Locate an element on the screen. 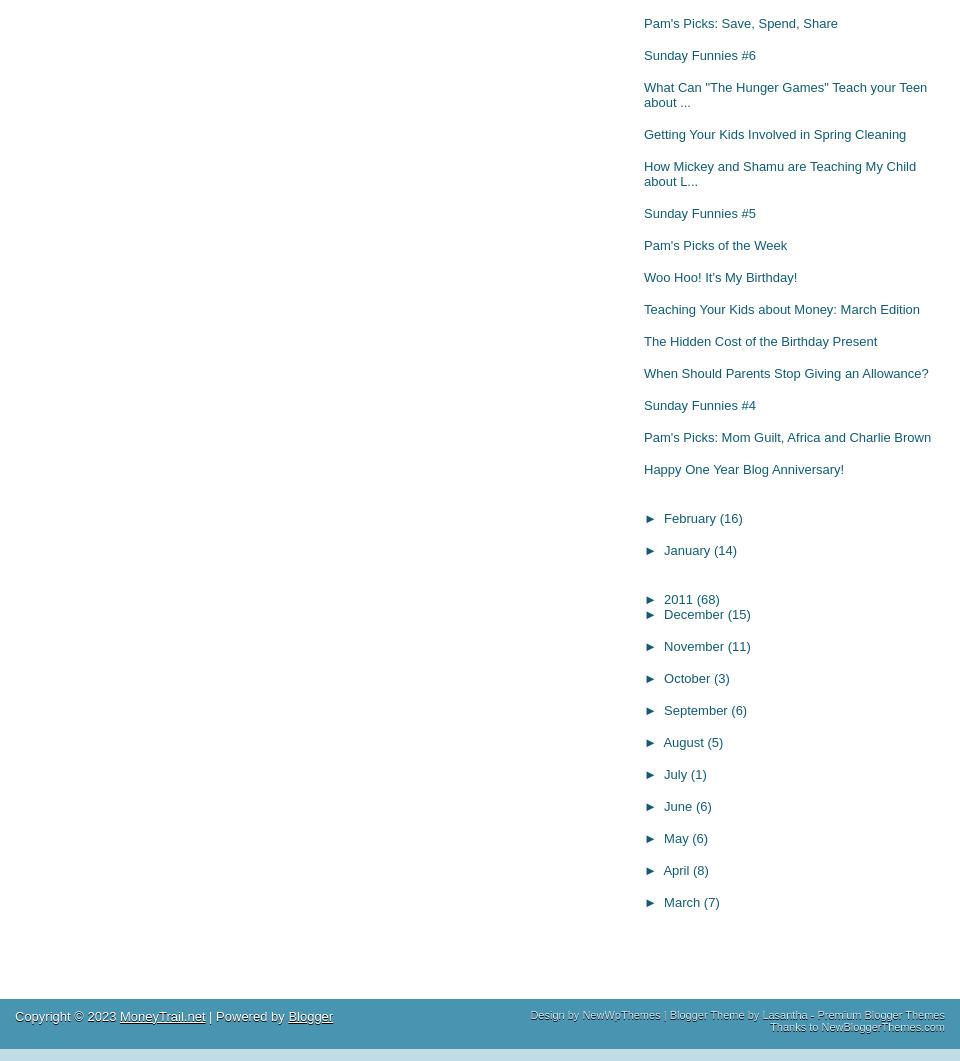  'May' is located at coordinates (664, 837).